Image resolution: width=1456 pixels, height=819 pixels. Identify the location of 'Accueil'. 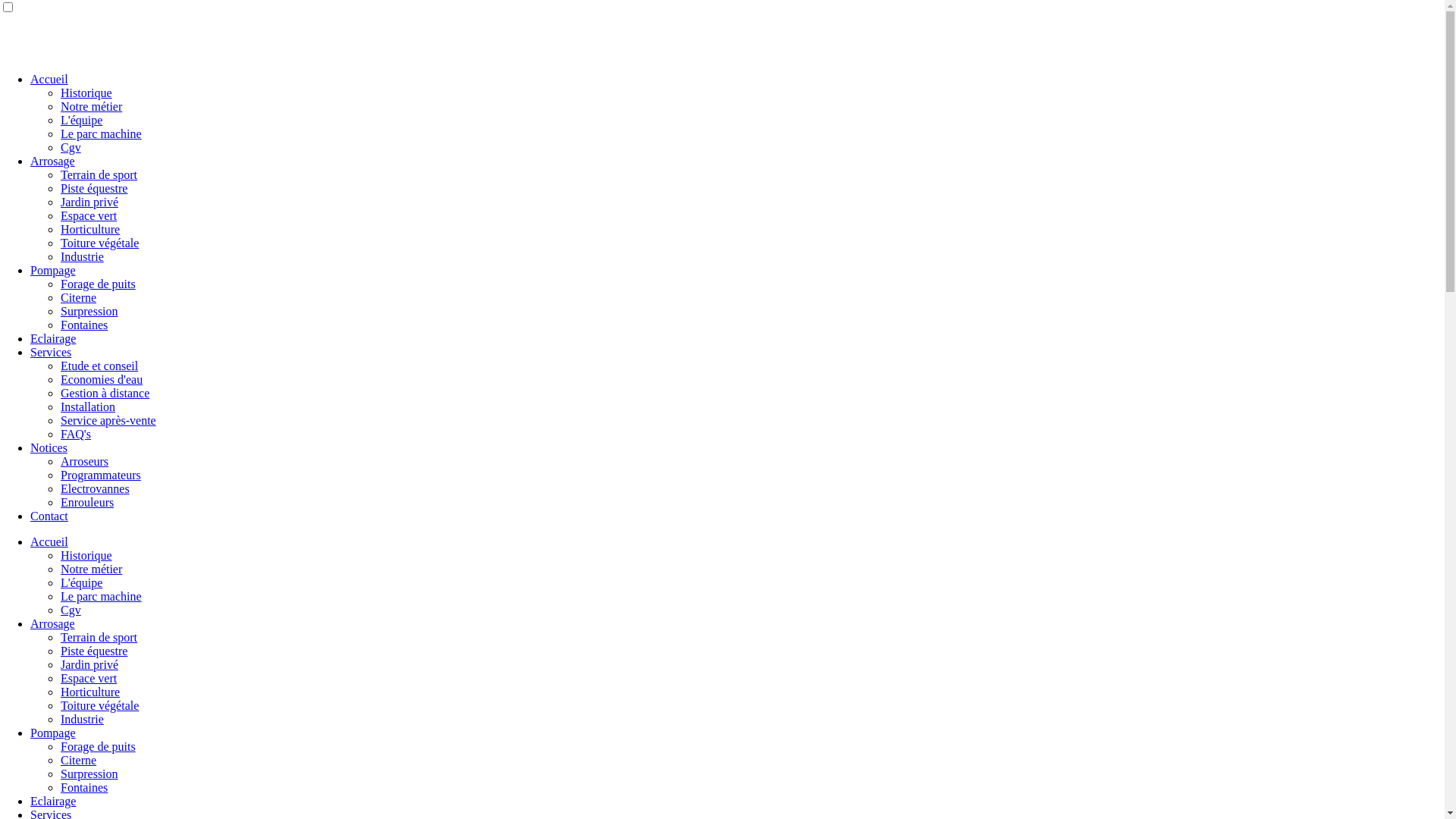
(49, 541).